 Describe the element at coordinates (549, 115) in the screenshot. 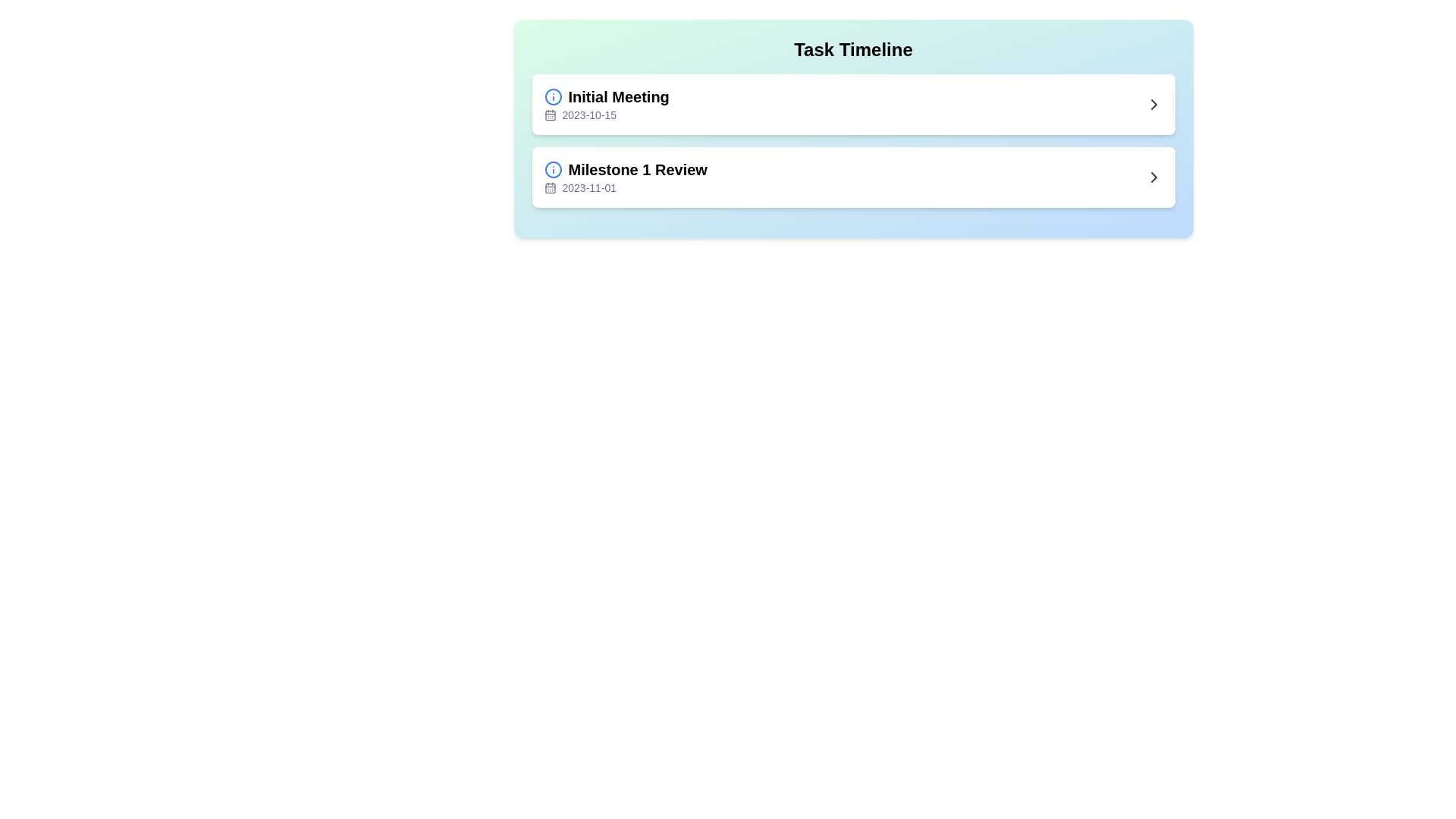

I see `the calendar icon with rounded corners located in the left section of the Initial Meeting entry within the Task Timeline list` at that location.